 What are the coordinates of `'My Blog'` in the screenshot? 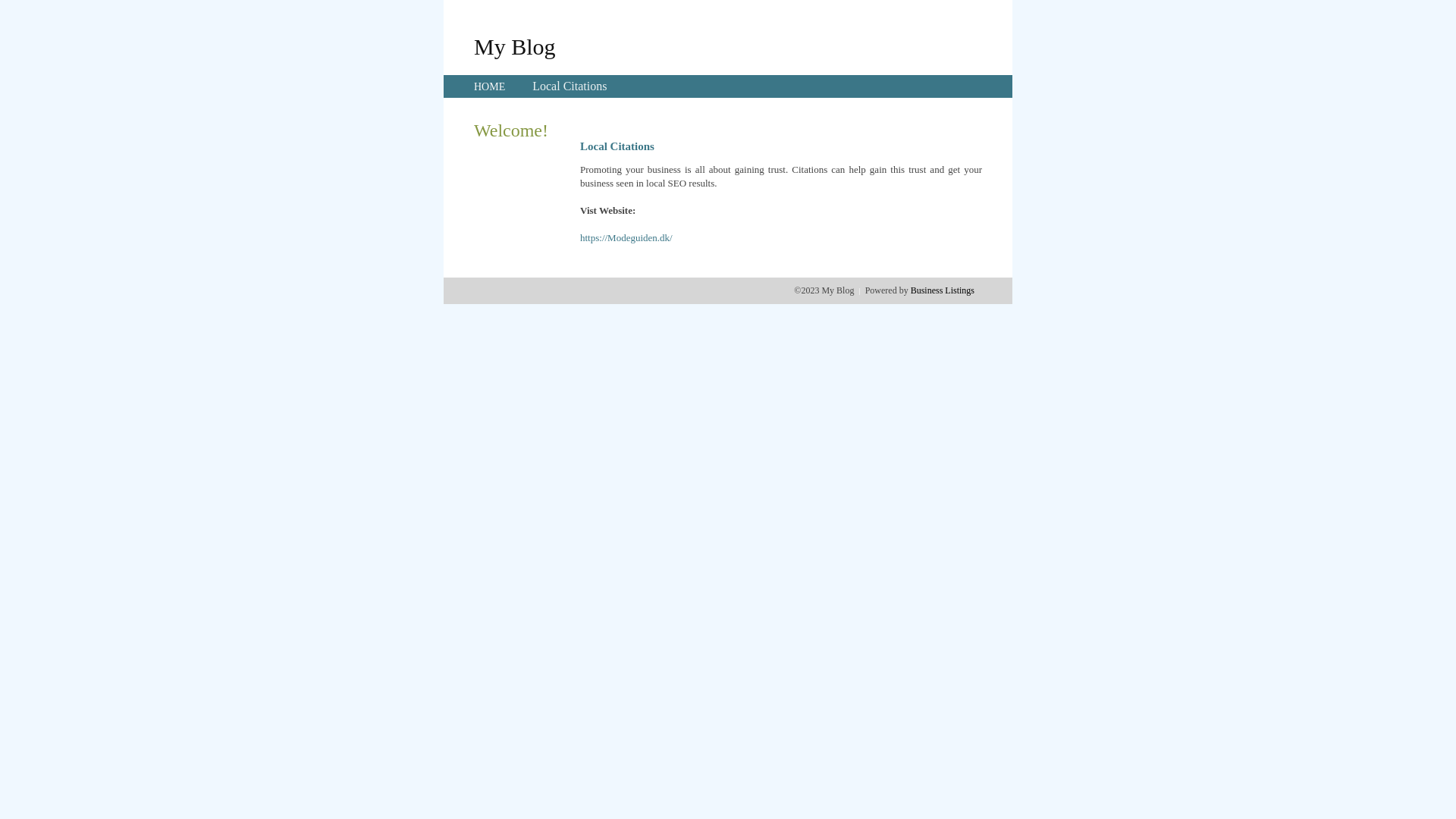 It's located at (514, 45).